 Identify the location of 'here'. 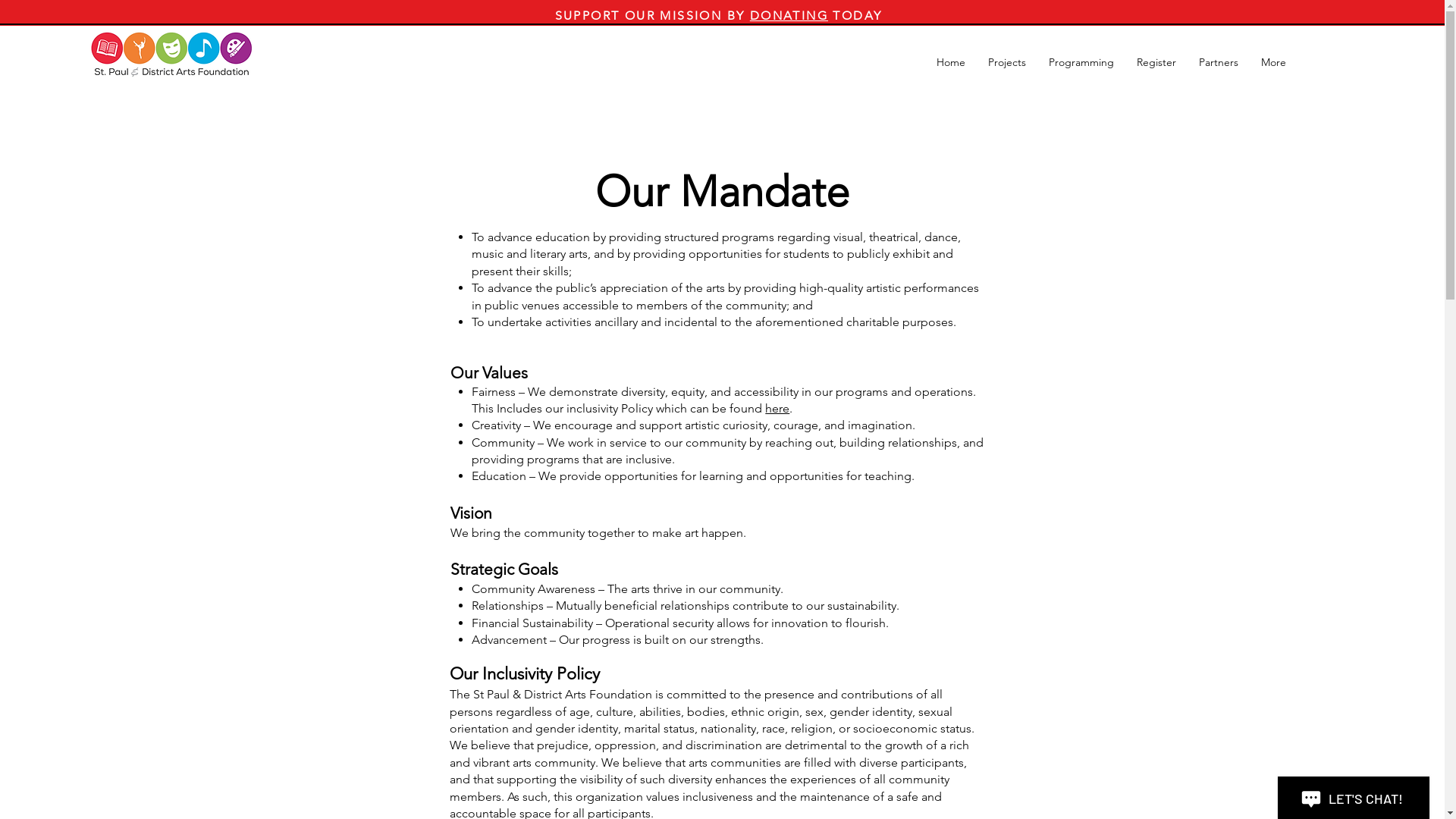
(764, 407).